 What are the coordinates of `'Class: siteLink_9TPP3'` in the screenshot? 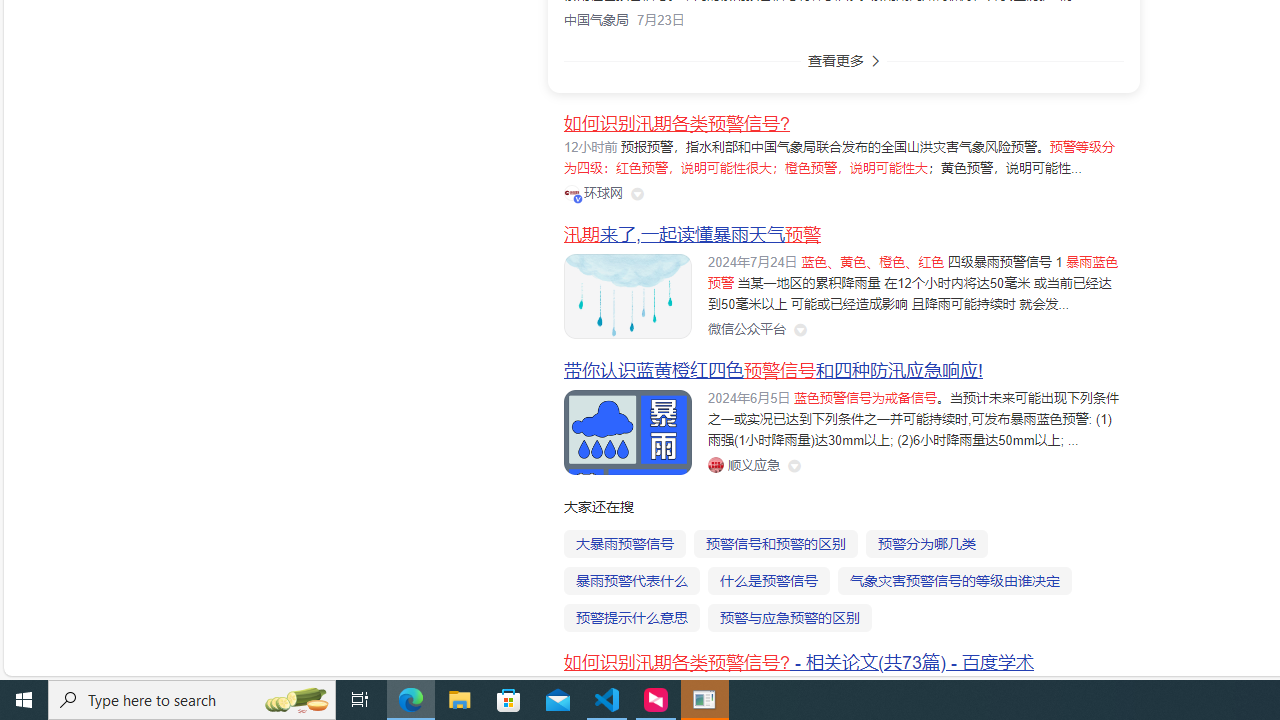 It's located at (742, 465).